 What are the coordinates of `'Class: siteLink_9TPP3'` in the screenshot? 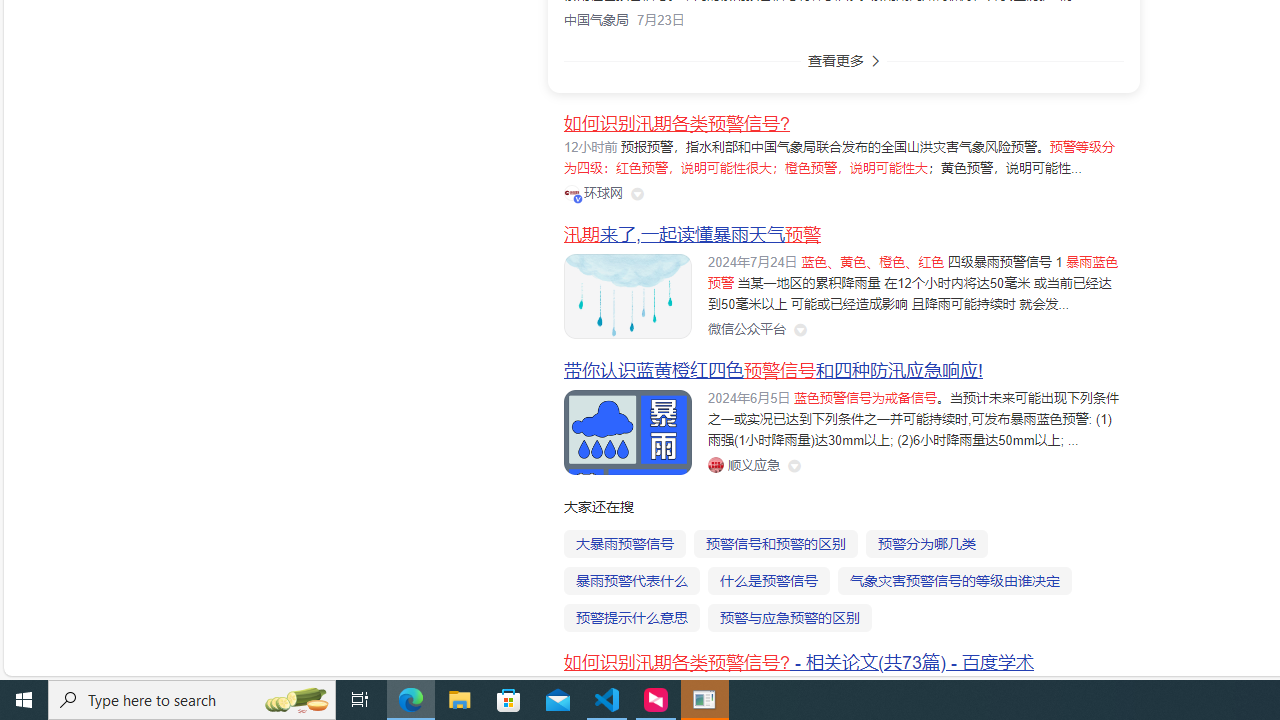 It's located at (742, 465).